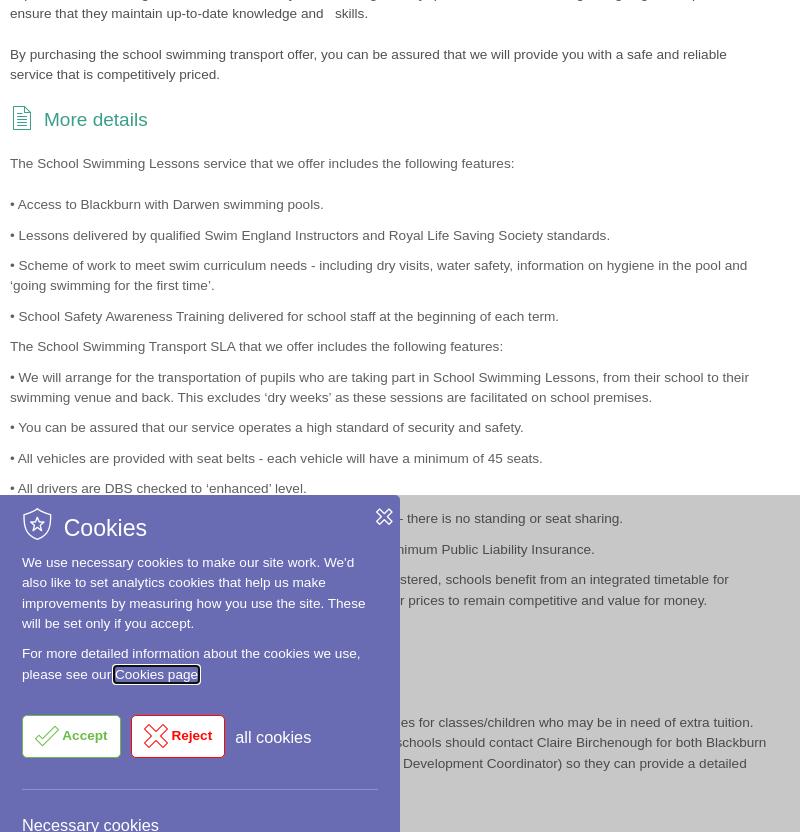 This screenshot has width=800, height=832. Describe the element at coordinates (92, 794) in the screenshot. I see `'Documents'` at that location.